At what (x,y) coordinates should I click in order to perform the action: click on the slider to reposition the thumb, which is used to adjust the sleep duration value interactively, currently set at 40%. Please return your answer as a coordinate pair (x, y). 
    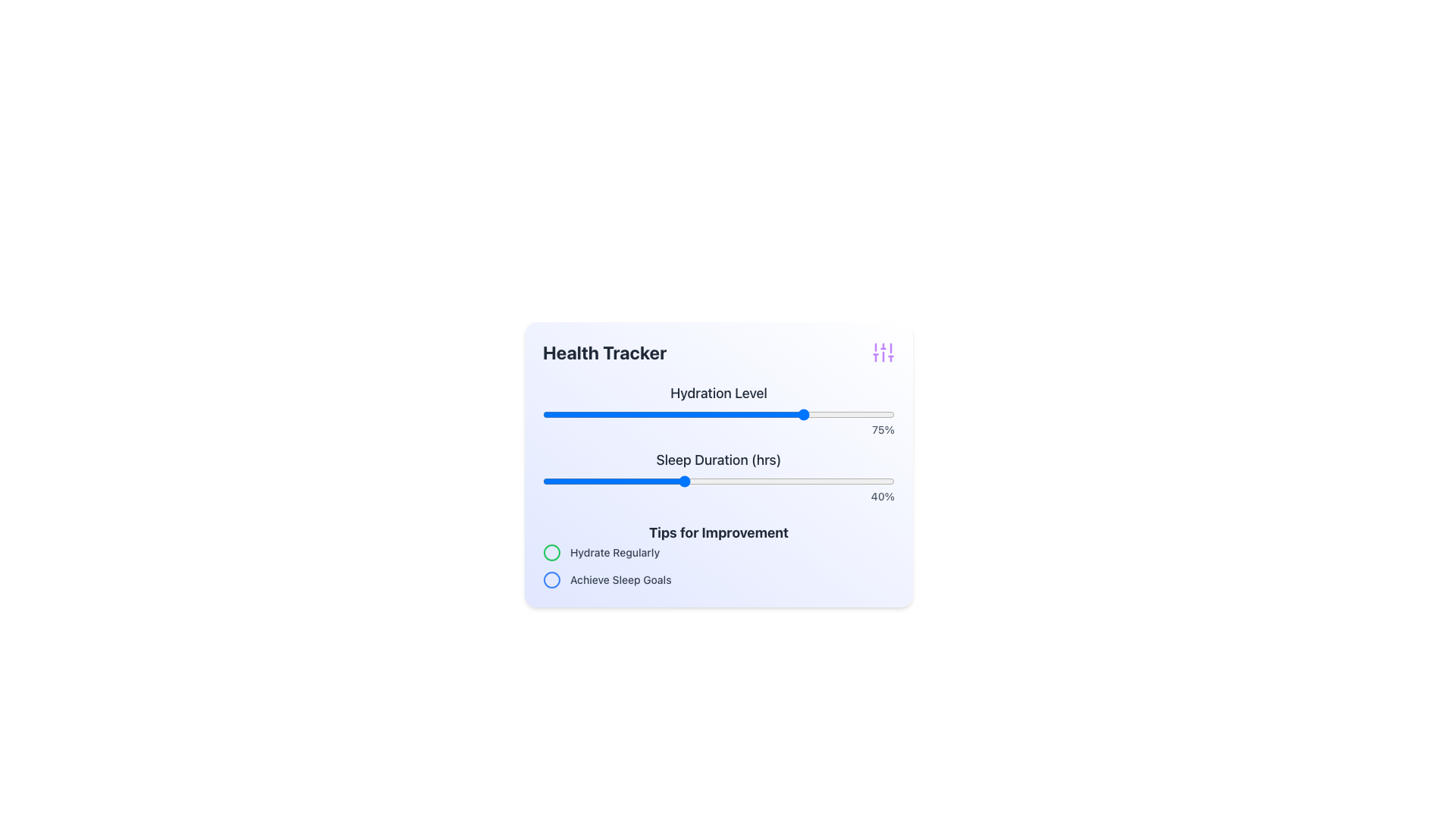
    Looking at the image, I should click on (718, 482).